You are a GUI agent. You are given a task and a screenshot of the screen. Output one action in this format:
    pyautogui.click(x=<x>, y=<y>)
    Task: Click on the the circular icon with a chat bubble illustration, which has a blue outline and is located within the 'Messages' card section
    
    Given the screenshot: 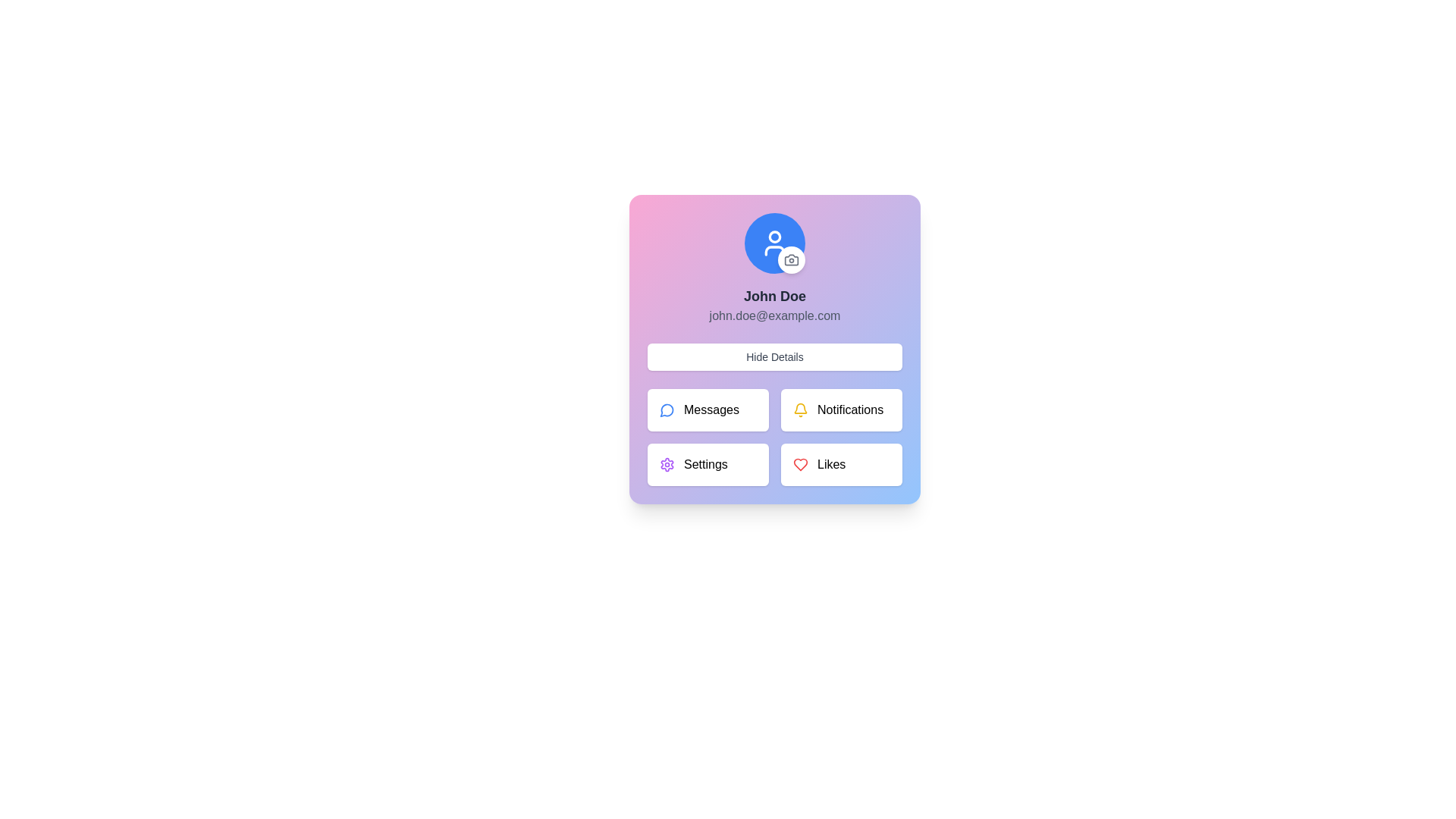 What is the action you would take?
    pyautogui.click(x=667, y=409)
    